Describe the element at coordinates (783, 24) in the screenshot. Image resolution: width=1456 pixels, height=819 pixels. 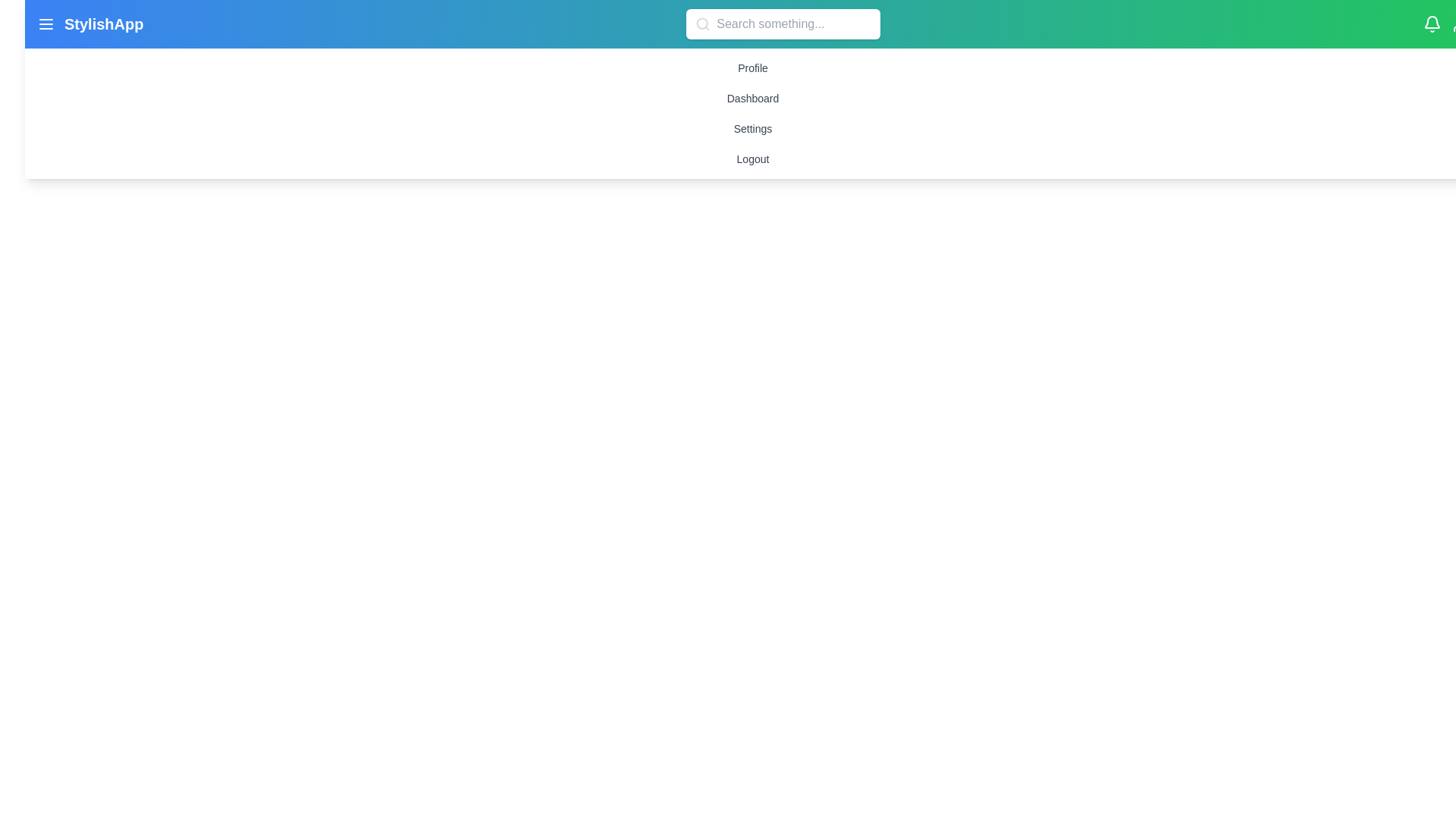
I see `the search input field located in the navigation bar, which has a placeholder text 'Search something...' and a magnifying glass icon on the left` at that location.